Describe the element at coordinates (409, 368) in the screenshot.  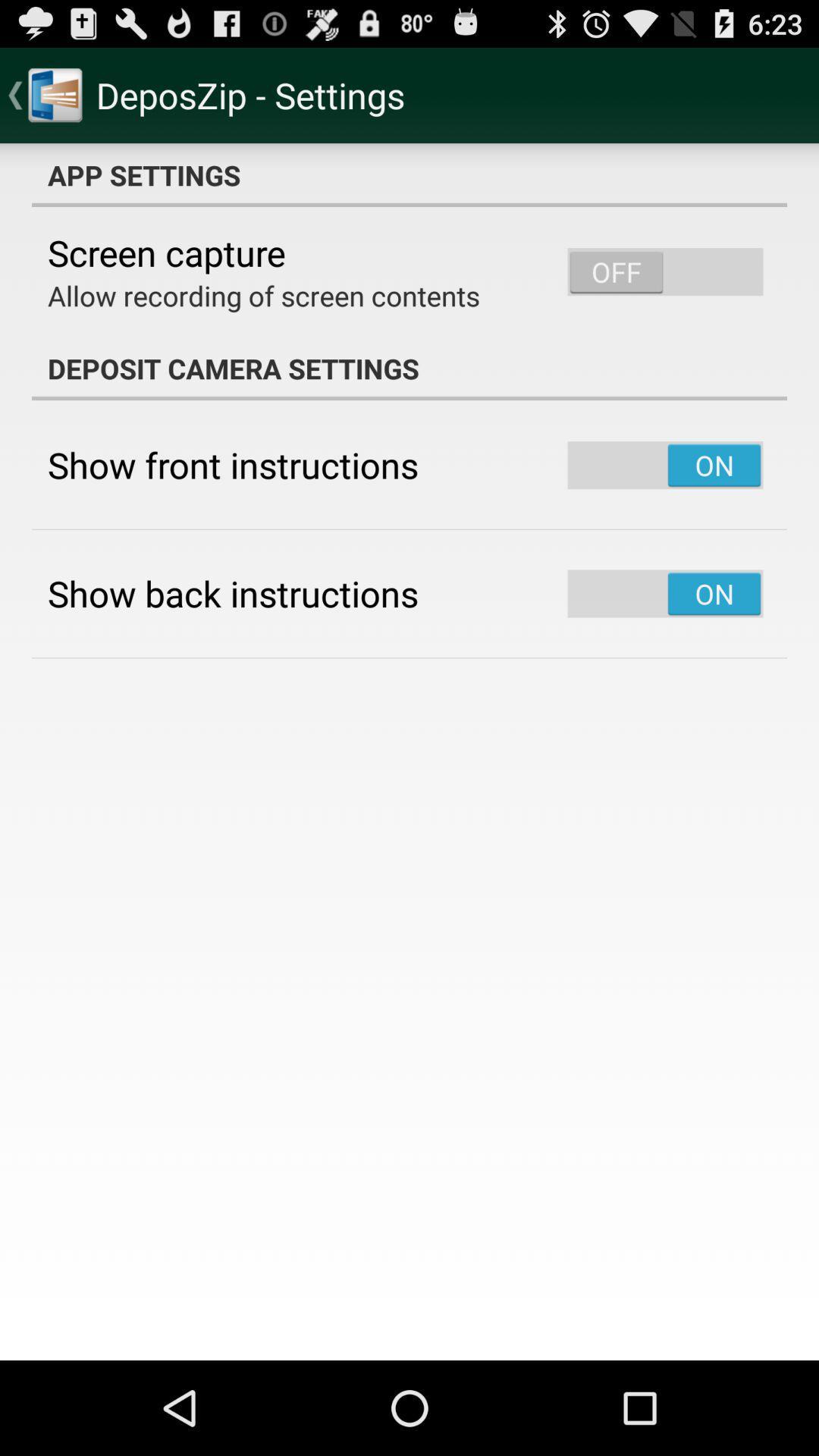
I see `item below the allow recording of` at that location.